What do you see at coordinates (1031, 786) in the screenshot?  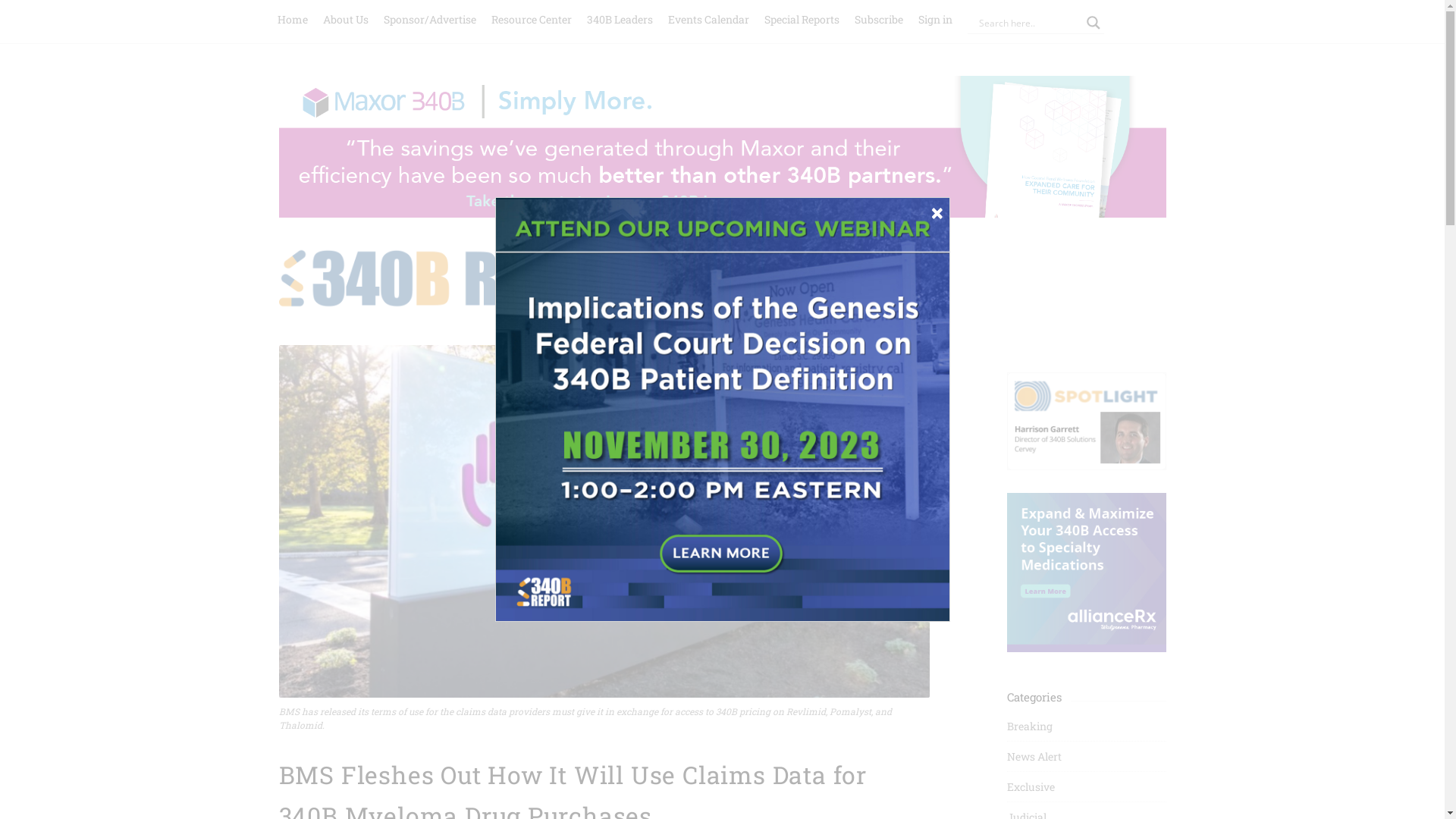 I see `'Exclusive'` at bounding box center [1031, 786].